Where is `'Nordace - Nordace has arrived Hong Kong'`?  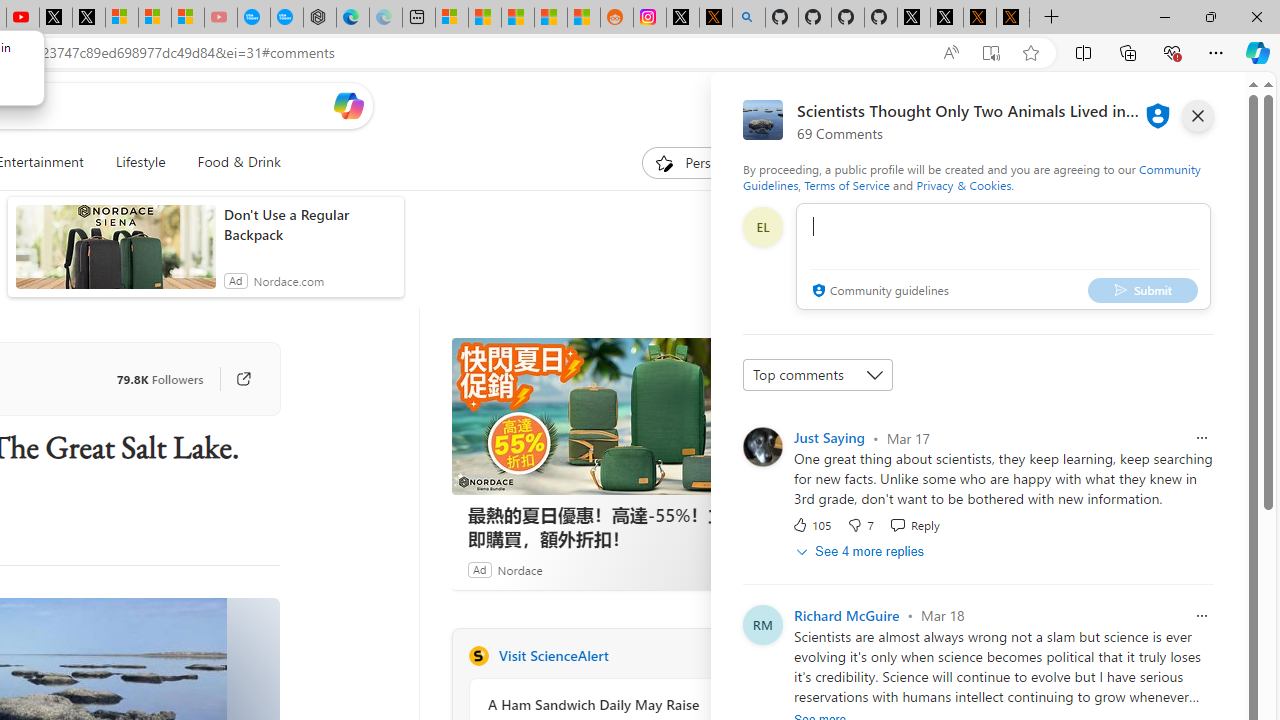 'Nordace - Nordace has arrived Hong Kong' is located at coordinates (320, 17).